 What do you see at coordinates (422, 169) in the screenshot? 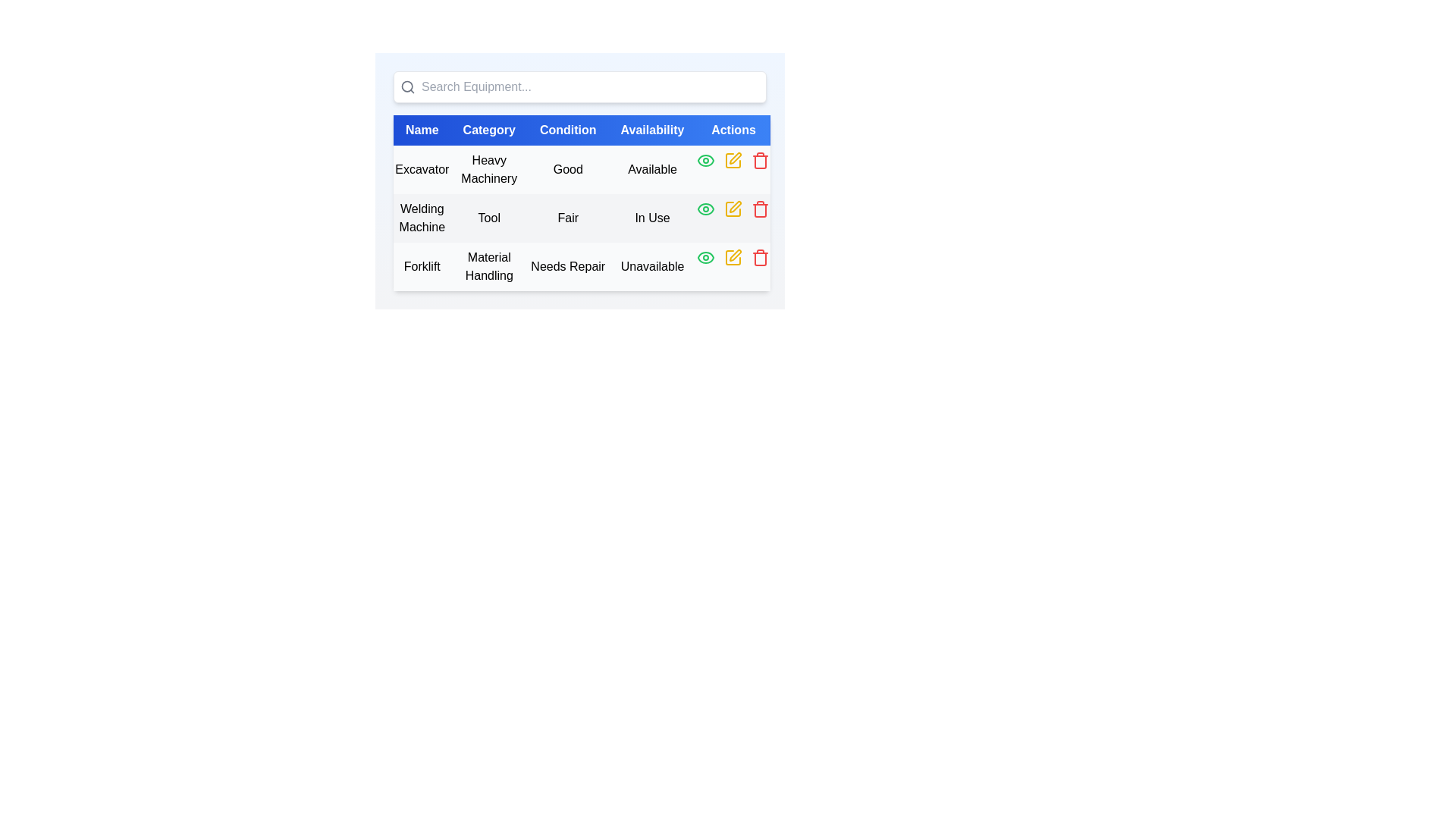
I see `the text element displaying 'Excavator' in black font on a white background` at bounding box center [422, 169].